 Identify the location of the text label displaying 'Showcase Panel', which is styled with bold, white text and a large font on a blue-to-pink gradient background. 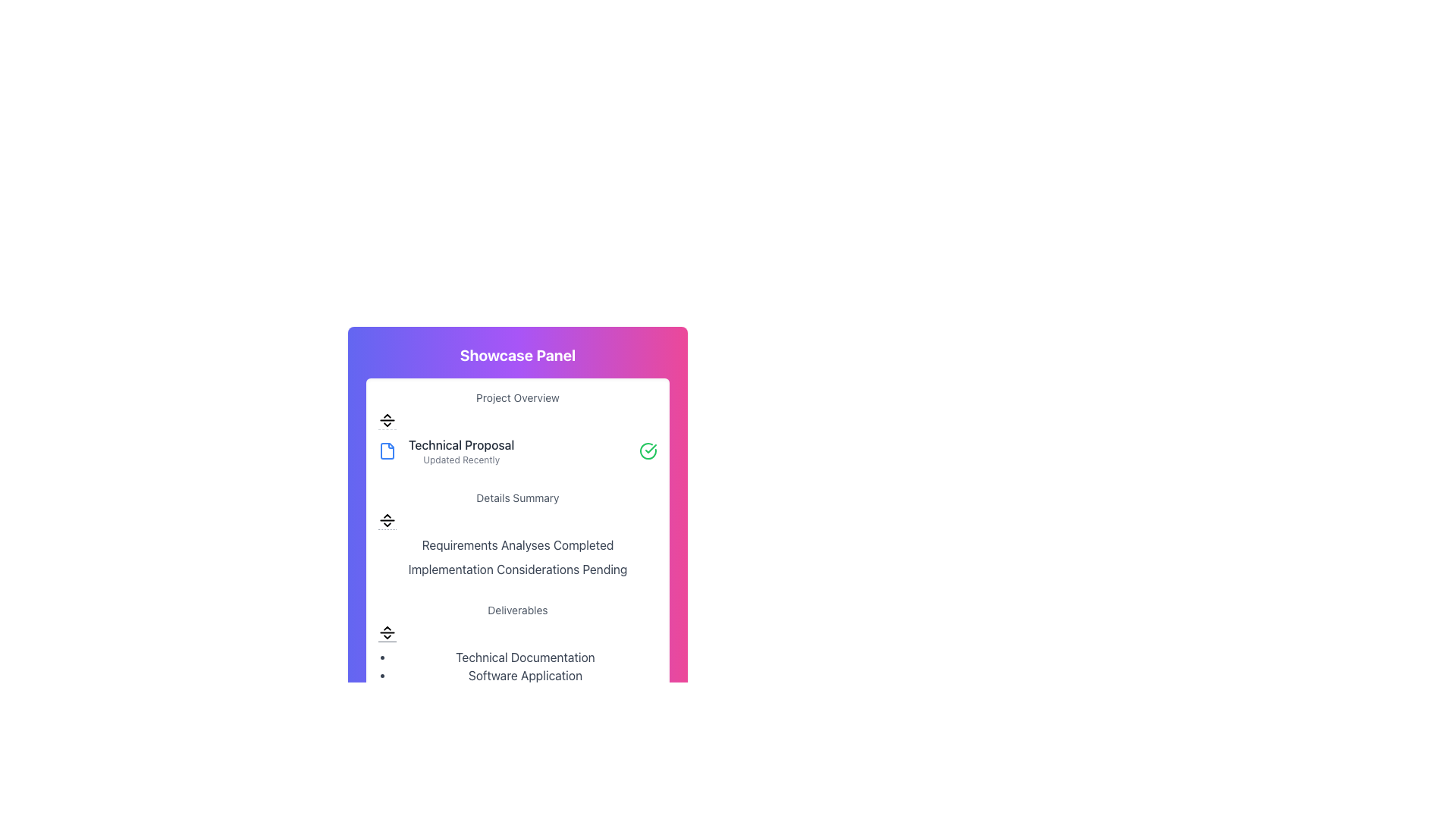
(517, 356).